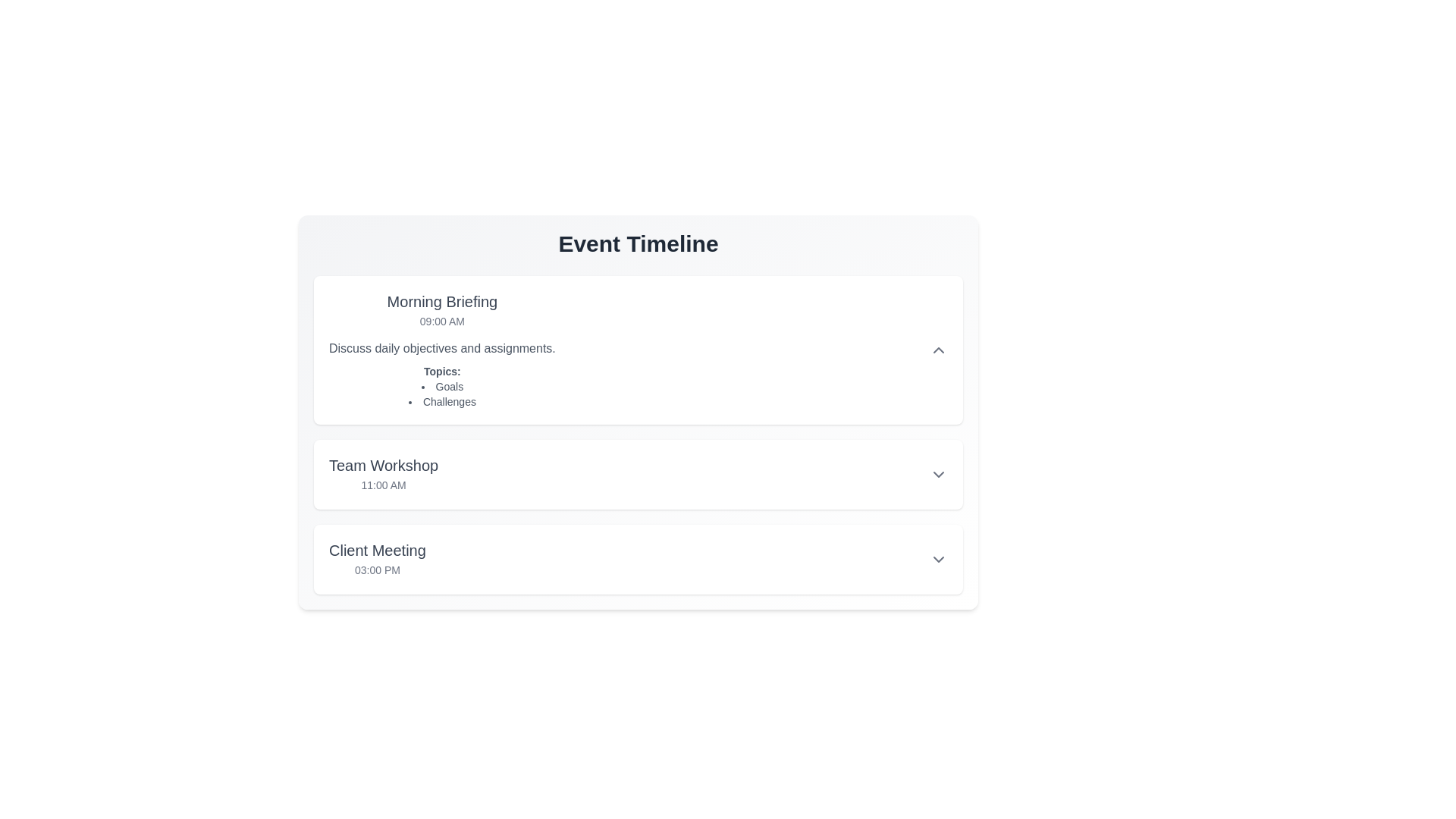  Describe the element at coordinates (384, 473) in the screenshot. I see `the informational text display for the event titled 'Team Workshop' that shows the start time '11:00 AM'` at that location.